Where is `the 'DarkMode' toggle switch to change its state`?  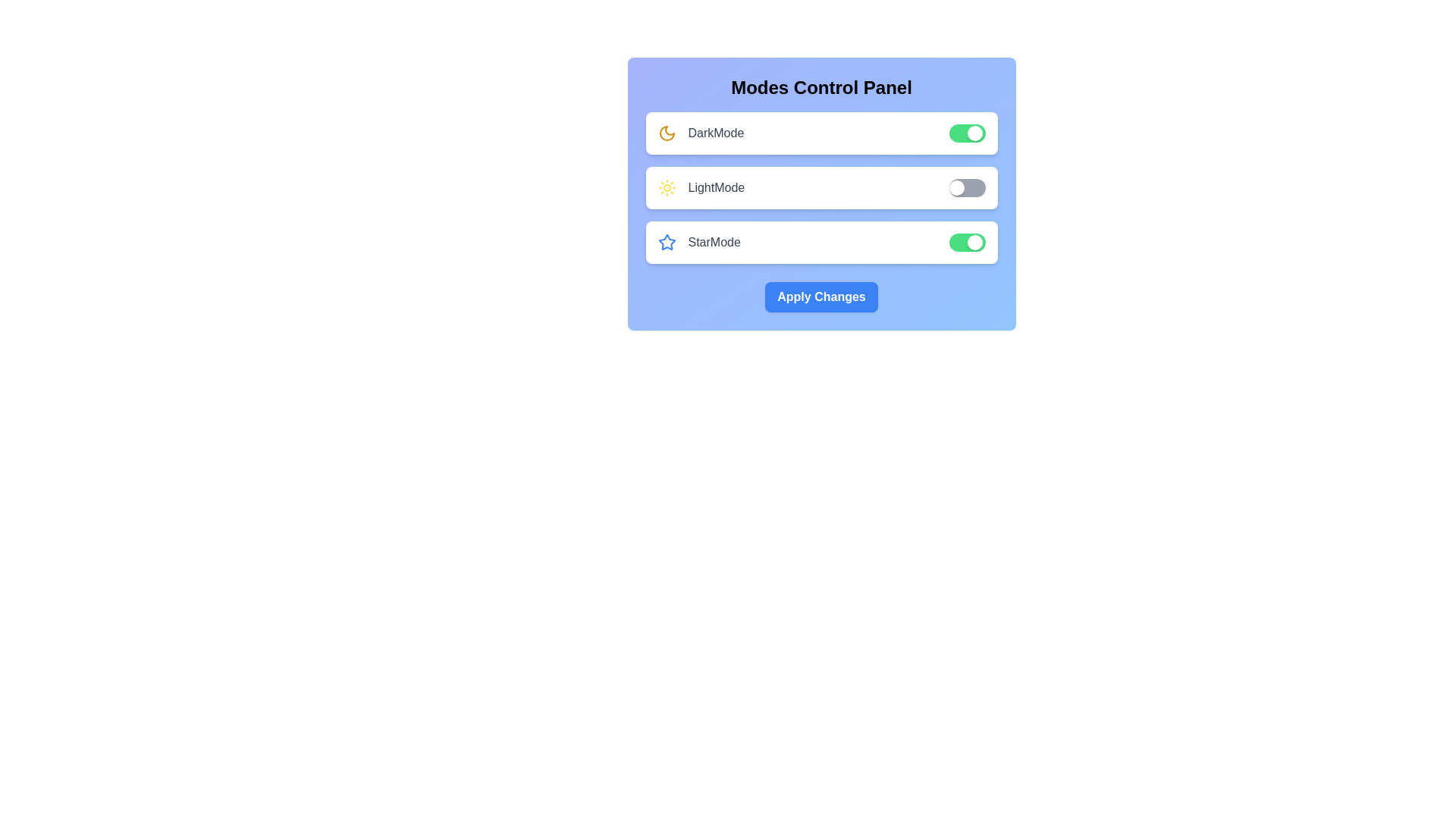 the 'DarkMode' toggle switch to change its state is located at coordinates (966, 133).